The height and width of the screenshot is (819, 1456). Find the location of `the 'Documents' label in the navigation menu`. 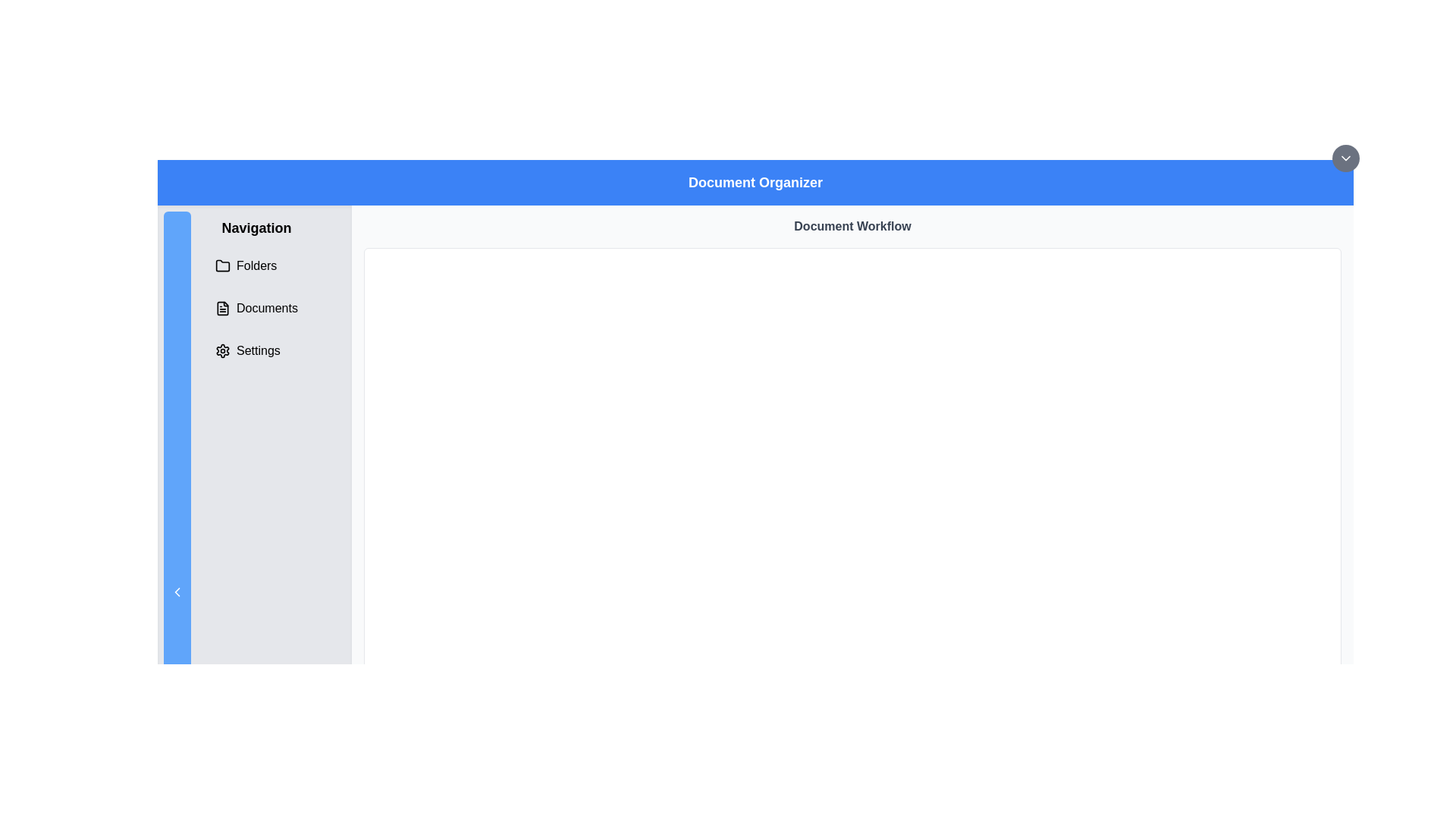

the 'Documents' label in the navigation menu is located at coordinates (267, 308).